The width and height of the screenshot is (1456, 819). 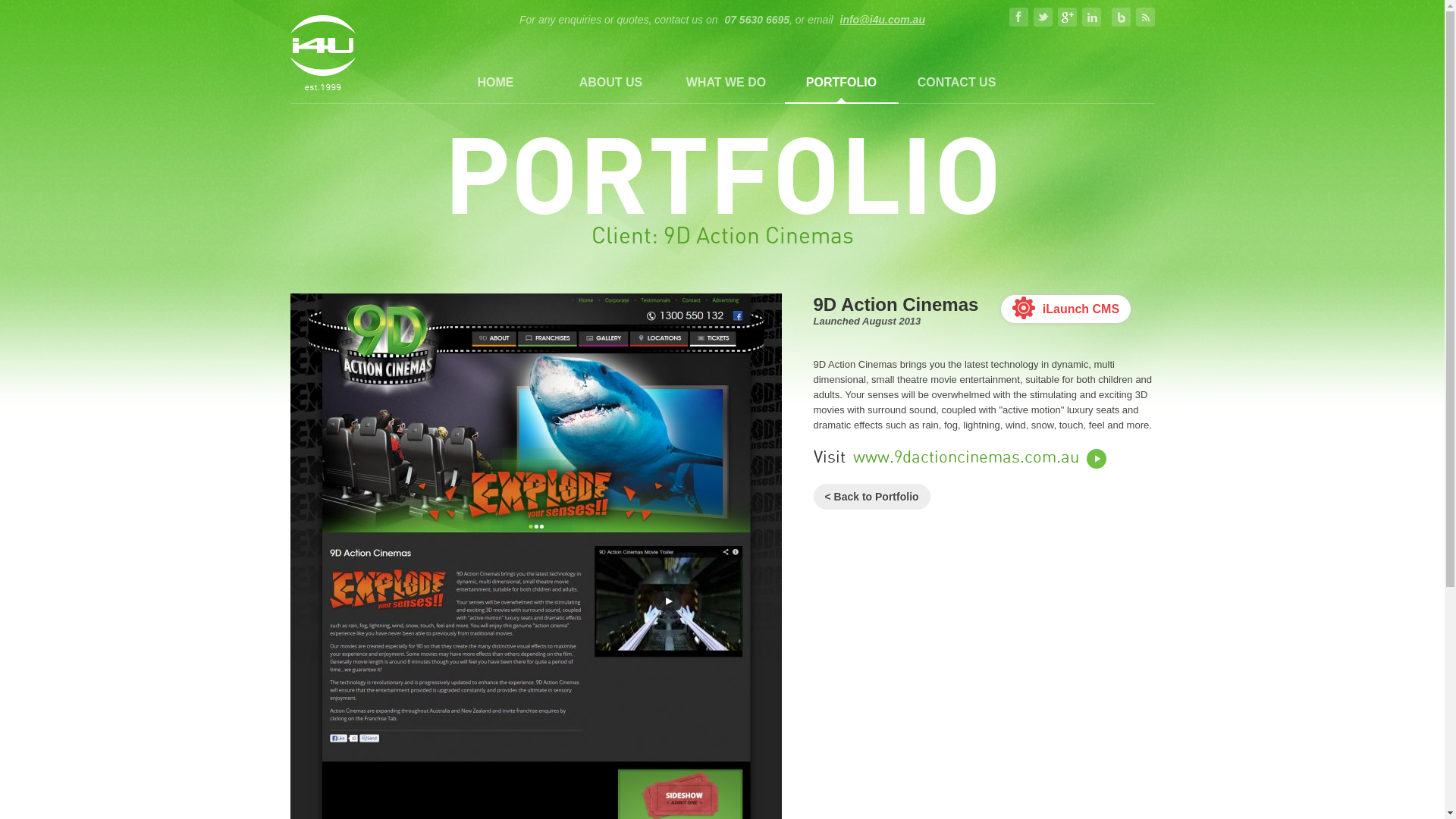 I want to click on 'Blog', so click(x=1121, y=17).